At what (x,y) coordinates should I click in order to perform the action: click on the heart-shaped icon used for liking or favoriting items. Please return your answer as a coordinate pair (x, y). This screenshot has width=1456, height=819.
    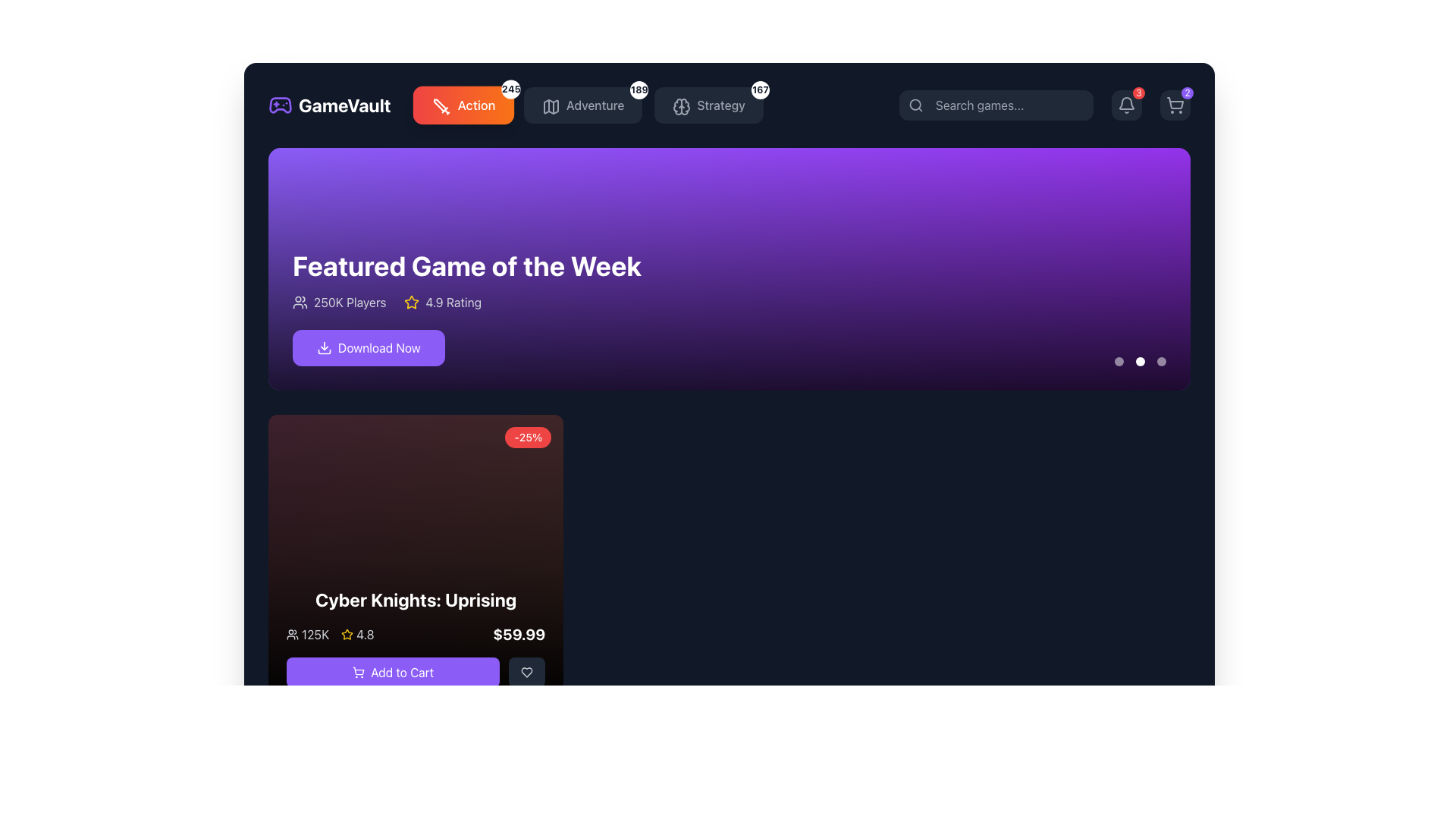
    Looking at the image, I should click on (527, 672).